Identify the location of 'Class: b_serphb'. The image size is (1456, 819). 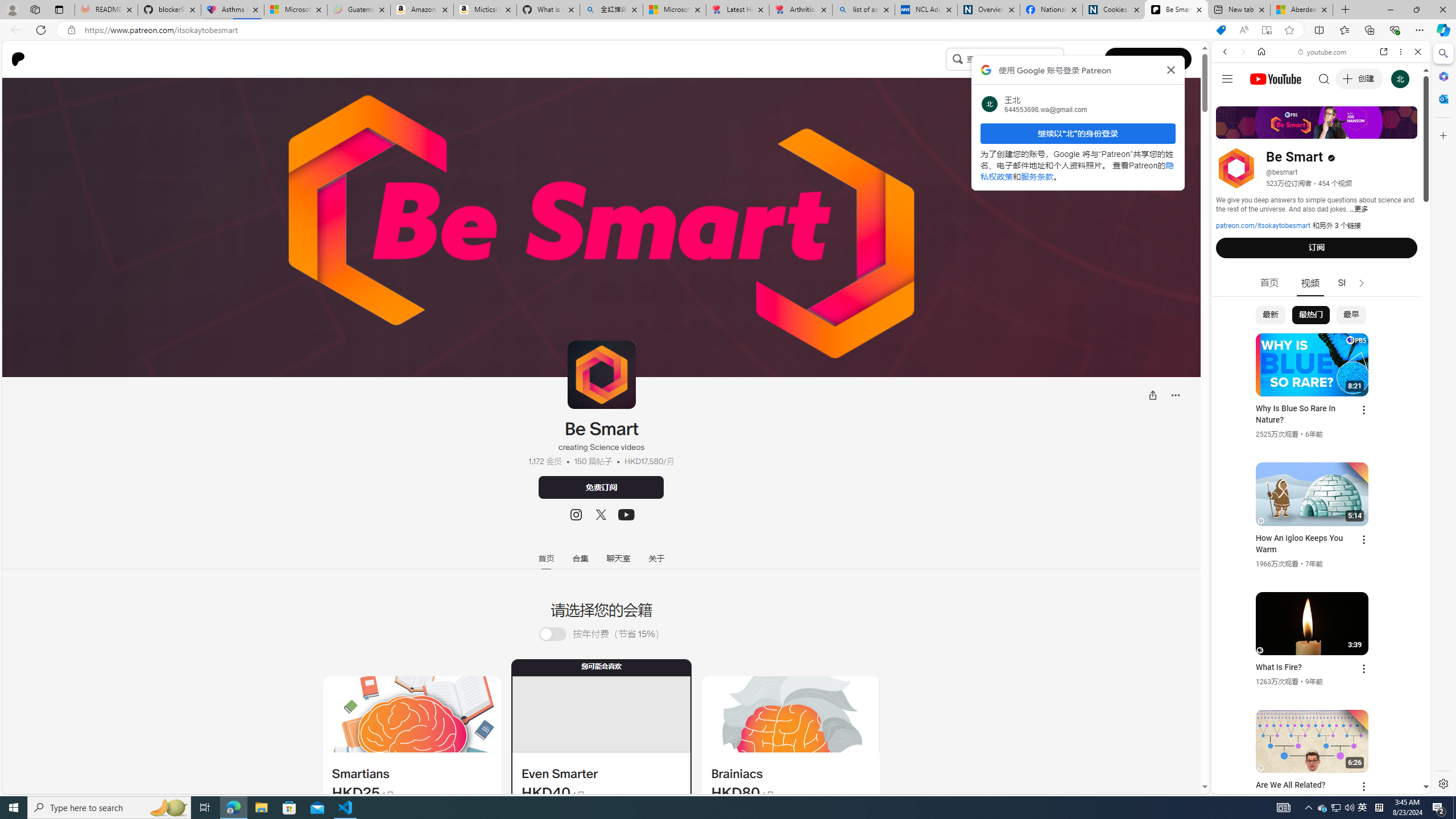
(1405, 130).